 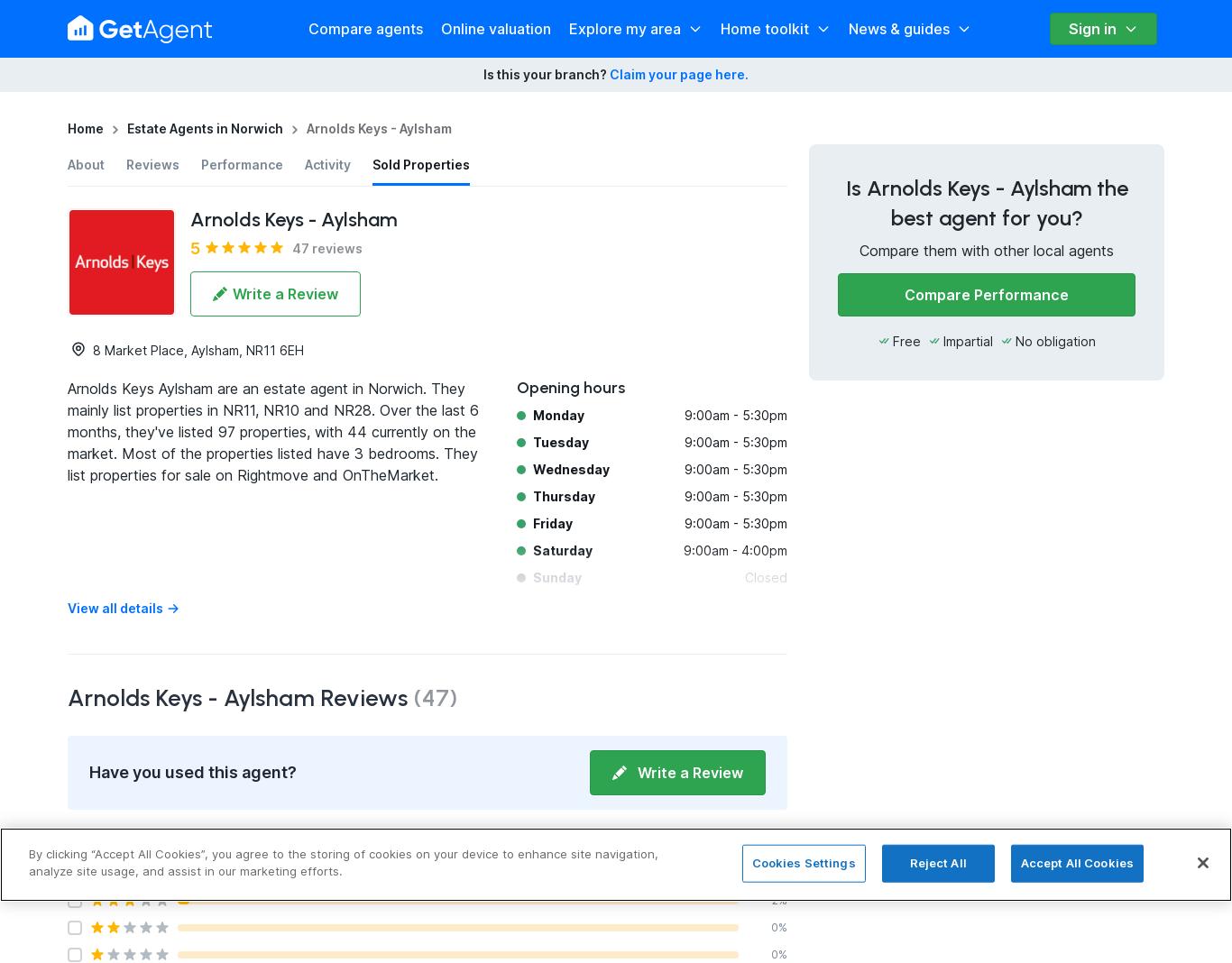 I want to click on 'About', so click(x=86, y=164).